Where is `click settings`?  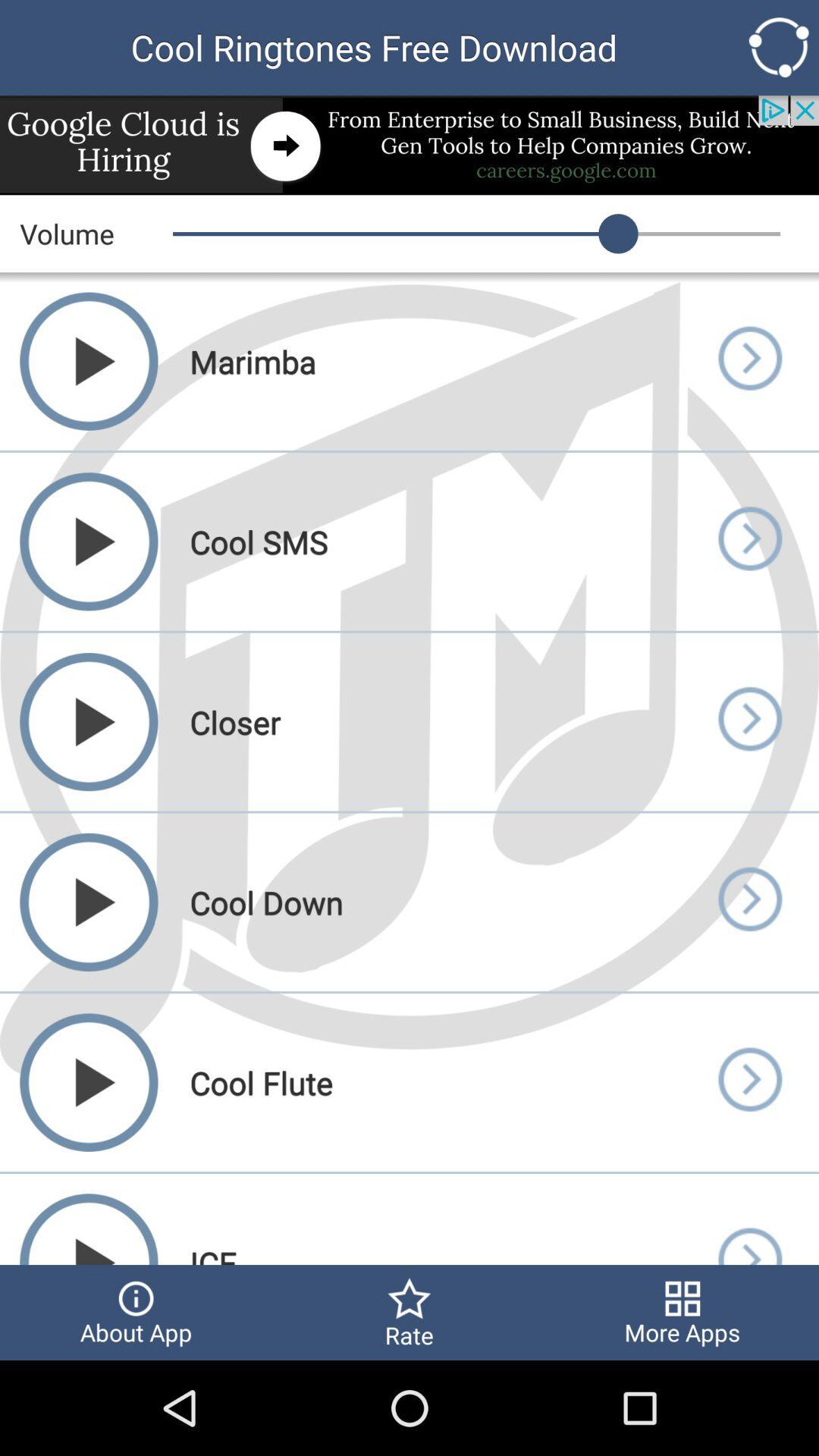
click settings is located at coordinates (779, 47).